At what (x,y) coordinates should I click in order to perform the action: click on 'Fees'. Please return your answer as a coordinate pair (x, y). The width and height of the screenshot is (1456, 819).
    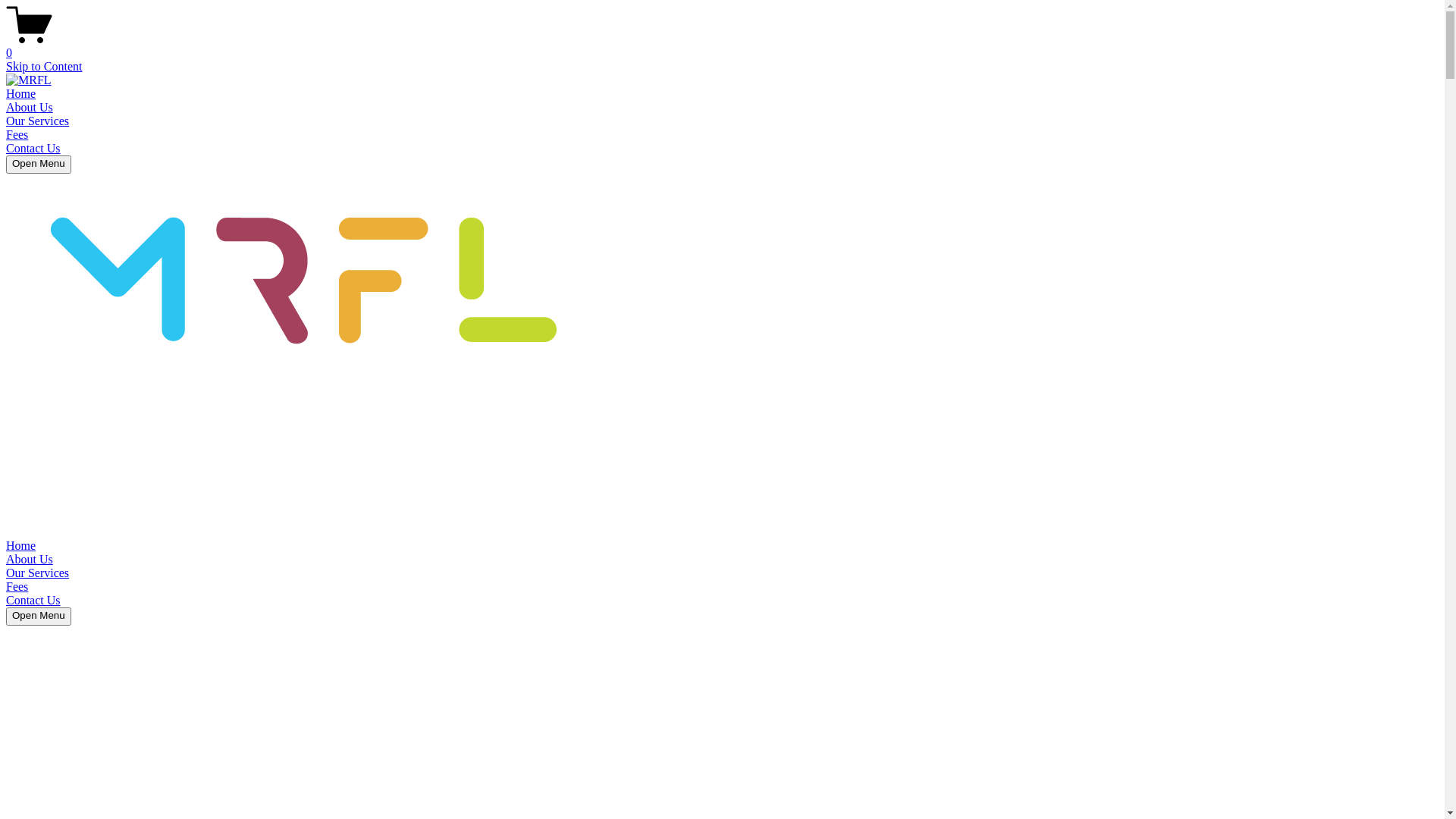
    Looking at the image, I should click on (17, 585).